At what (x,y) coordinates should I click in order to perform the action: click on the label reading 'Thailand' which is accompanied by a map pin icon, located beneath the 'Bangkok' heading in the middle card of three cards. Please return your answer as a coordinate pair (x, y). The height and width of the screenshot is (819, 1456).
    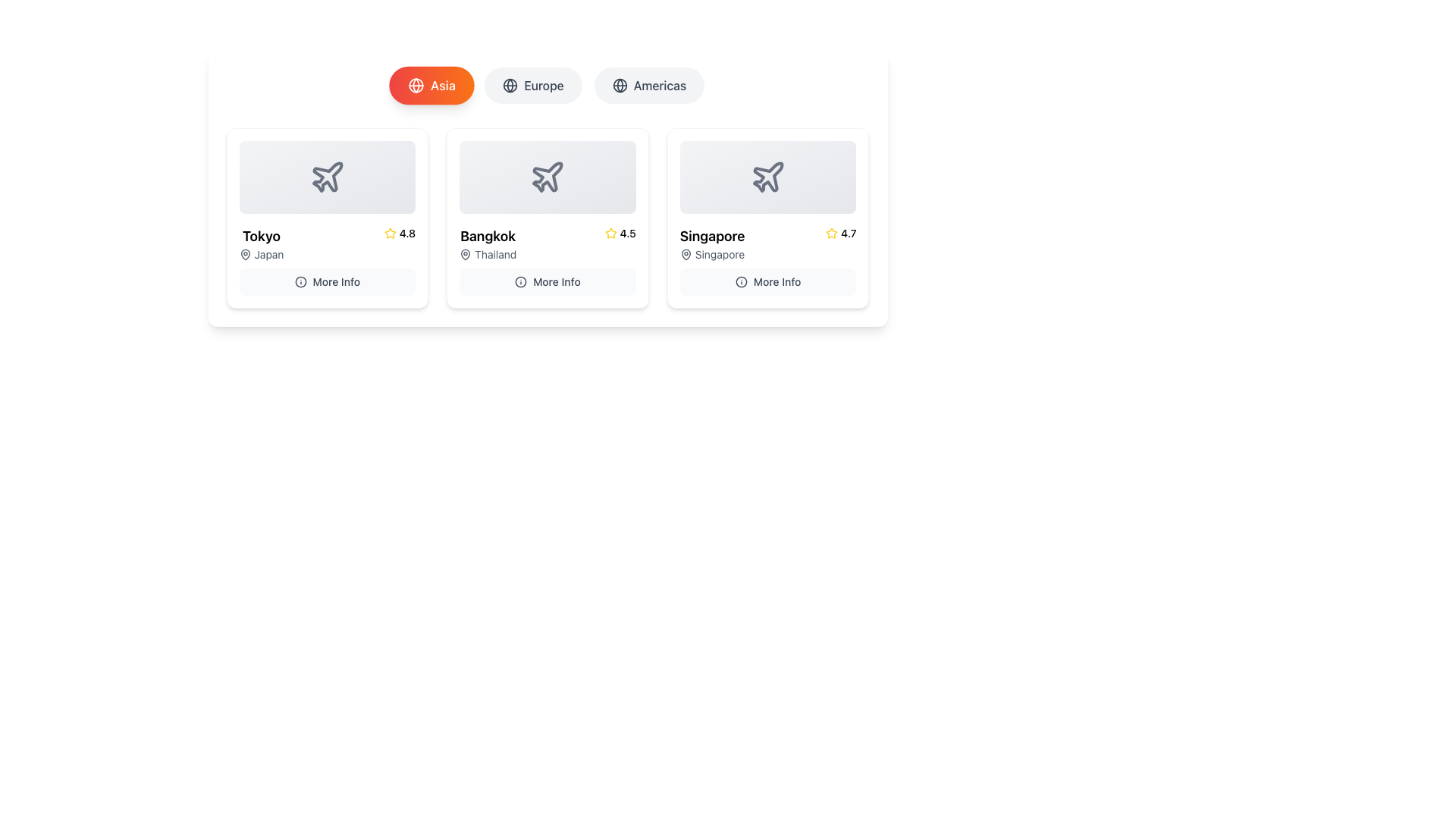
    Looking at the image, I should click on (488, 253).